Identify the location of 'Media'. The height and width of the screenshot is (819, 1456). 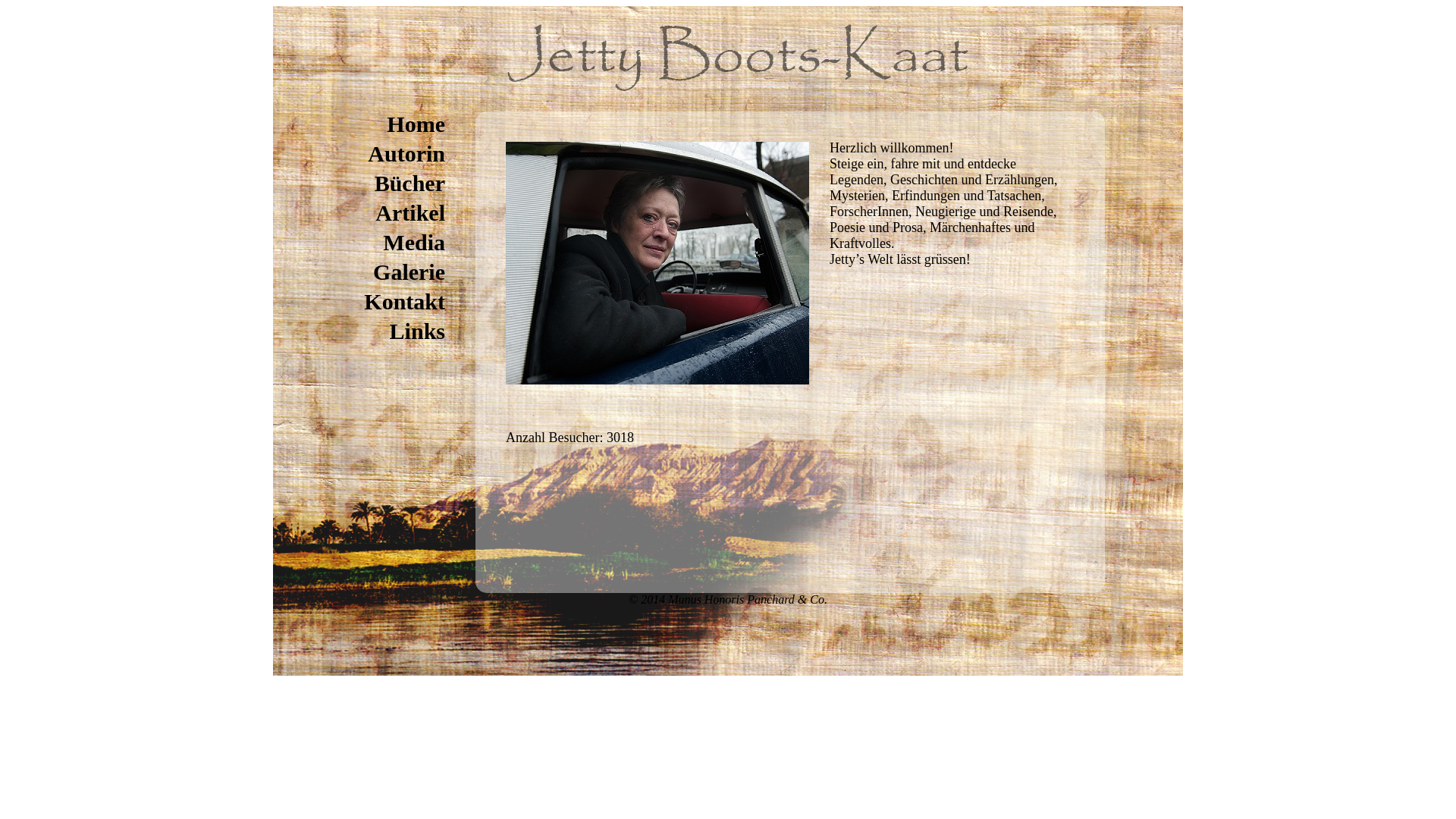
(414, 241).